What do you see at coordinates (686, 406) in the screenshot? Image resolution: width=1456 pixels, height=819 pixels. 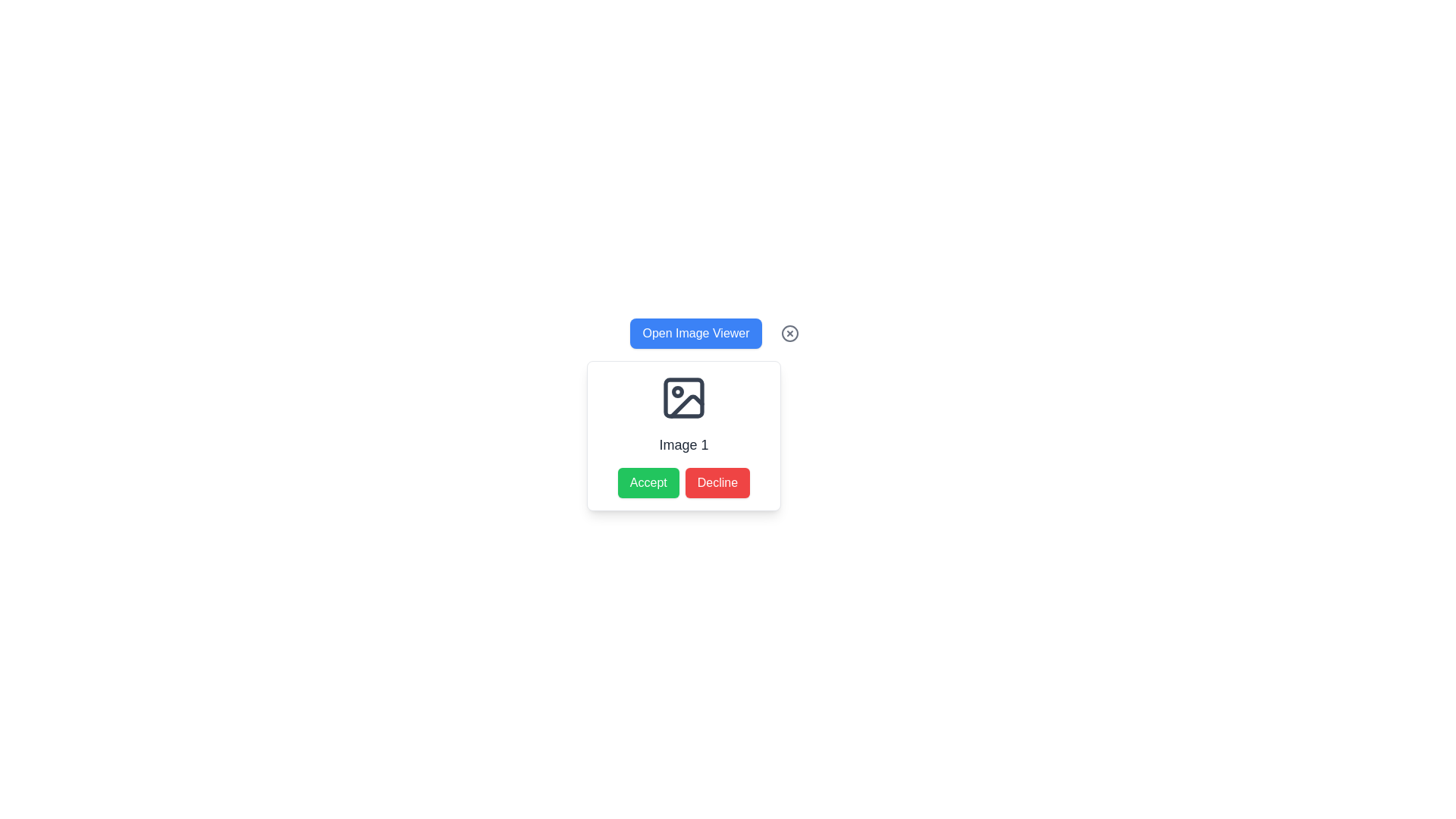 I see `the diagonal line icon that is part of an image placeholder within a card-like interface` at bounding box center [686, 406].